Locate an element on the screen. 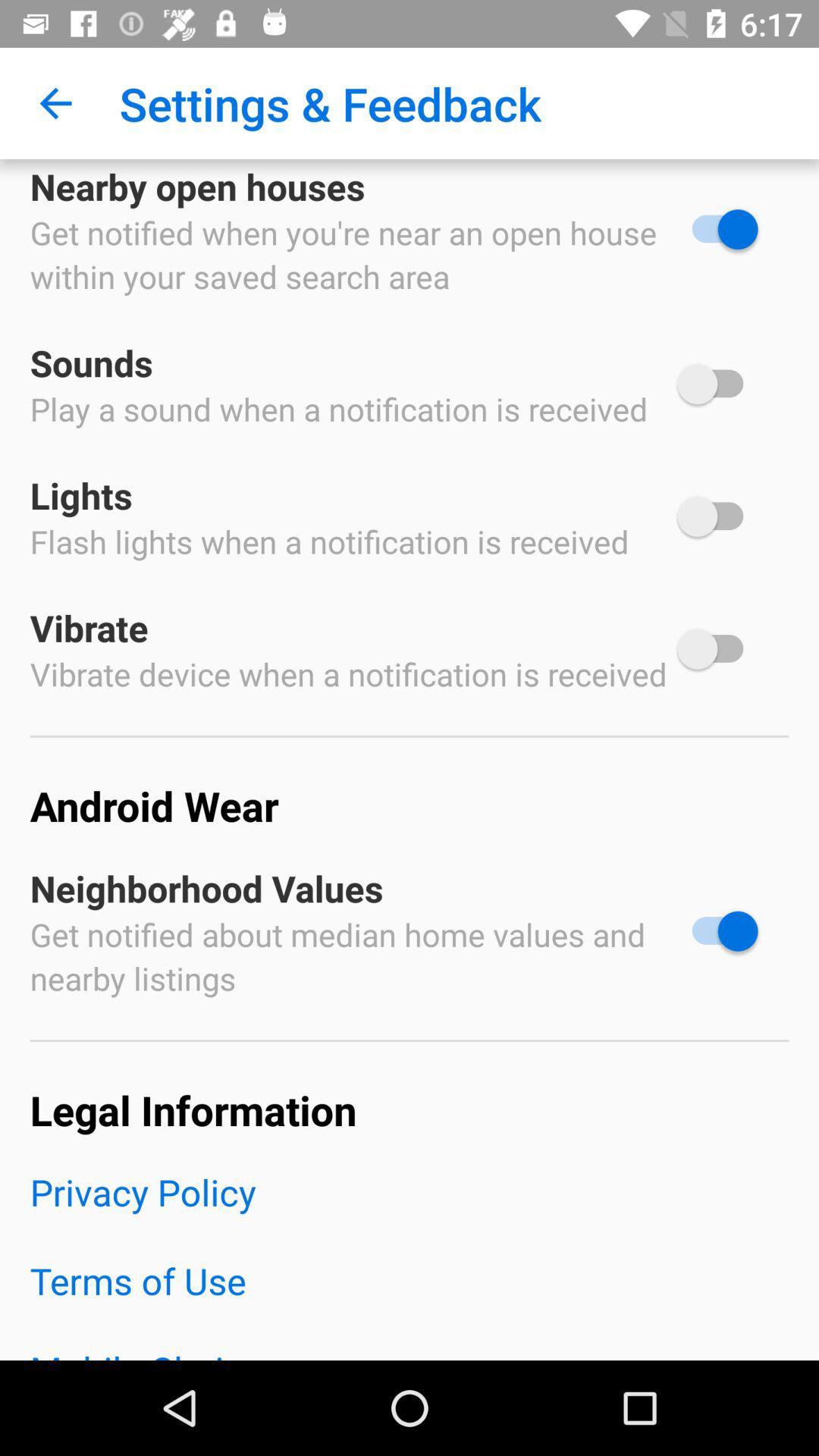  on is located at coordinates (717, 649).